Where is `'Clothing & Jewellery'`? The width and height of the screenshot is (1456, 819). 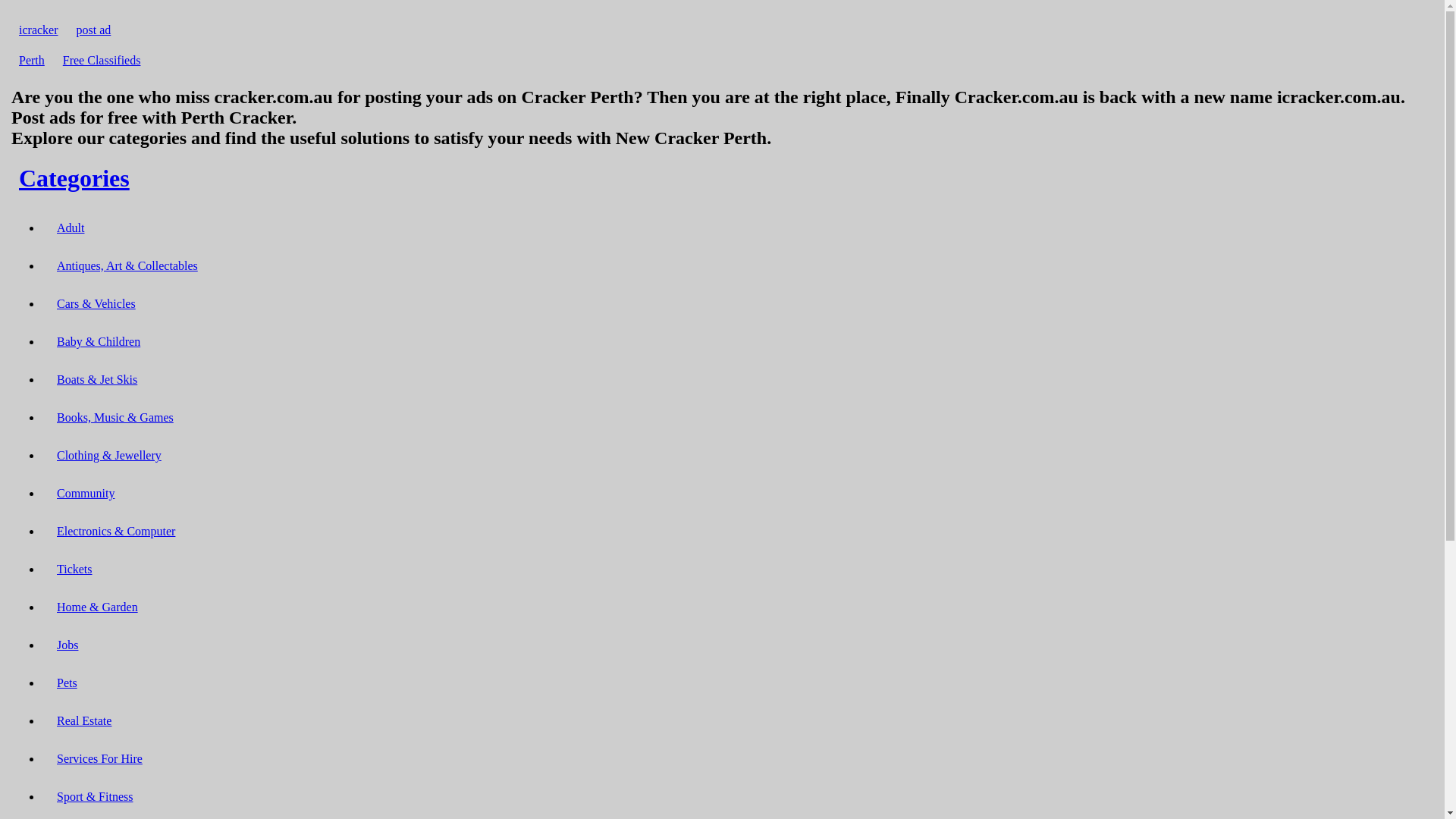 'Clothing & Jewellery' is located at coordinates (49, 454).